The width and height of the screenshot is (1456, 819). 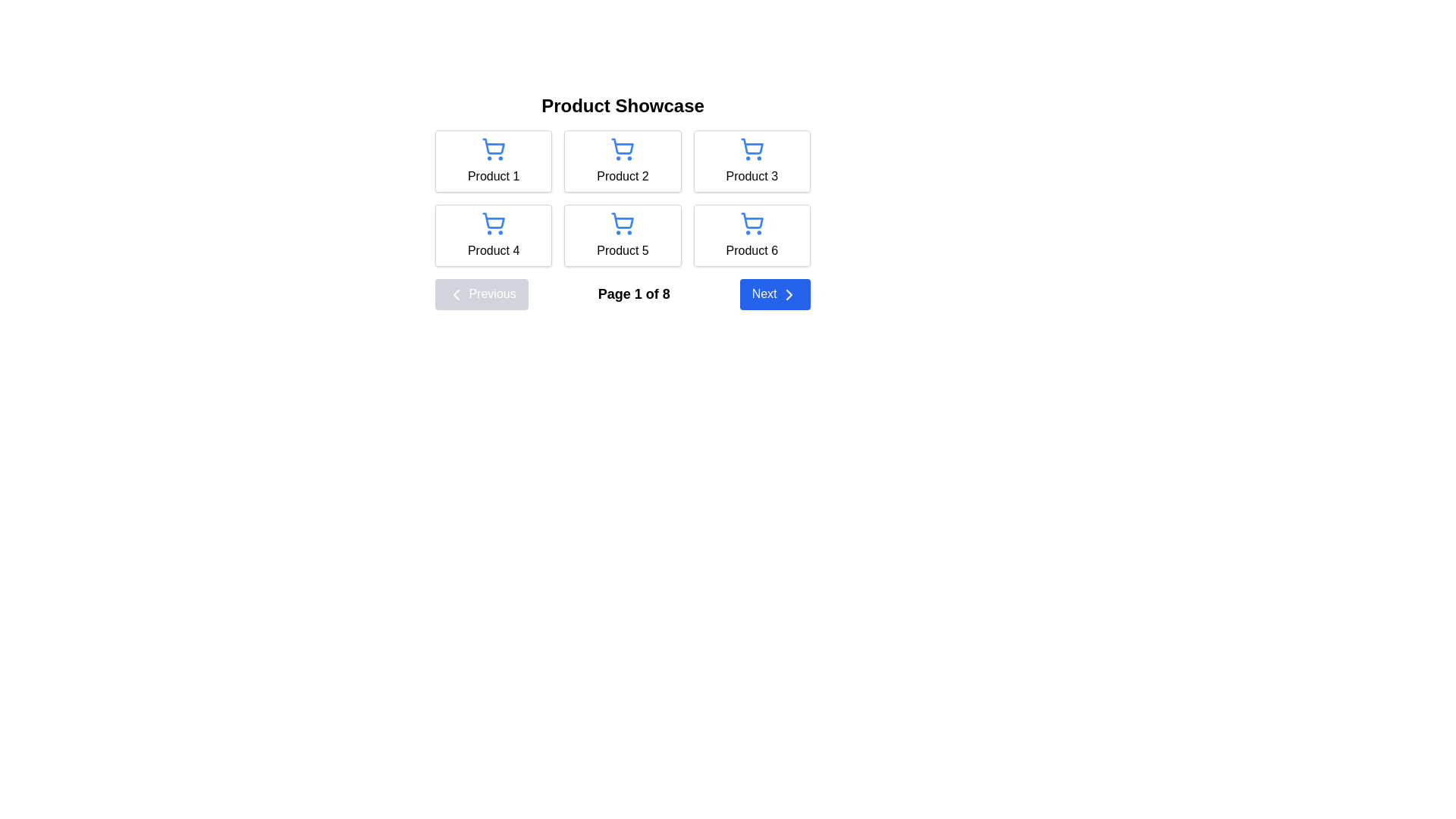 I want to click on the 'Add to Cart' icon located at the top center of the 'Product 4' panel, so click(x=494, y=223).